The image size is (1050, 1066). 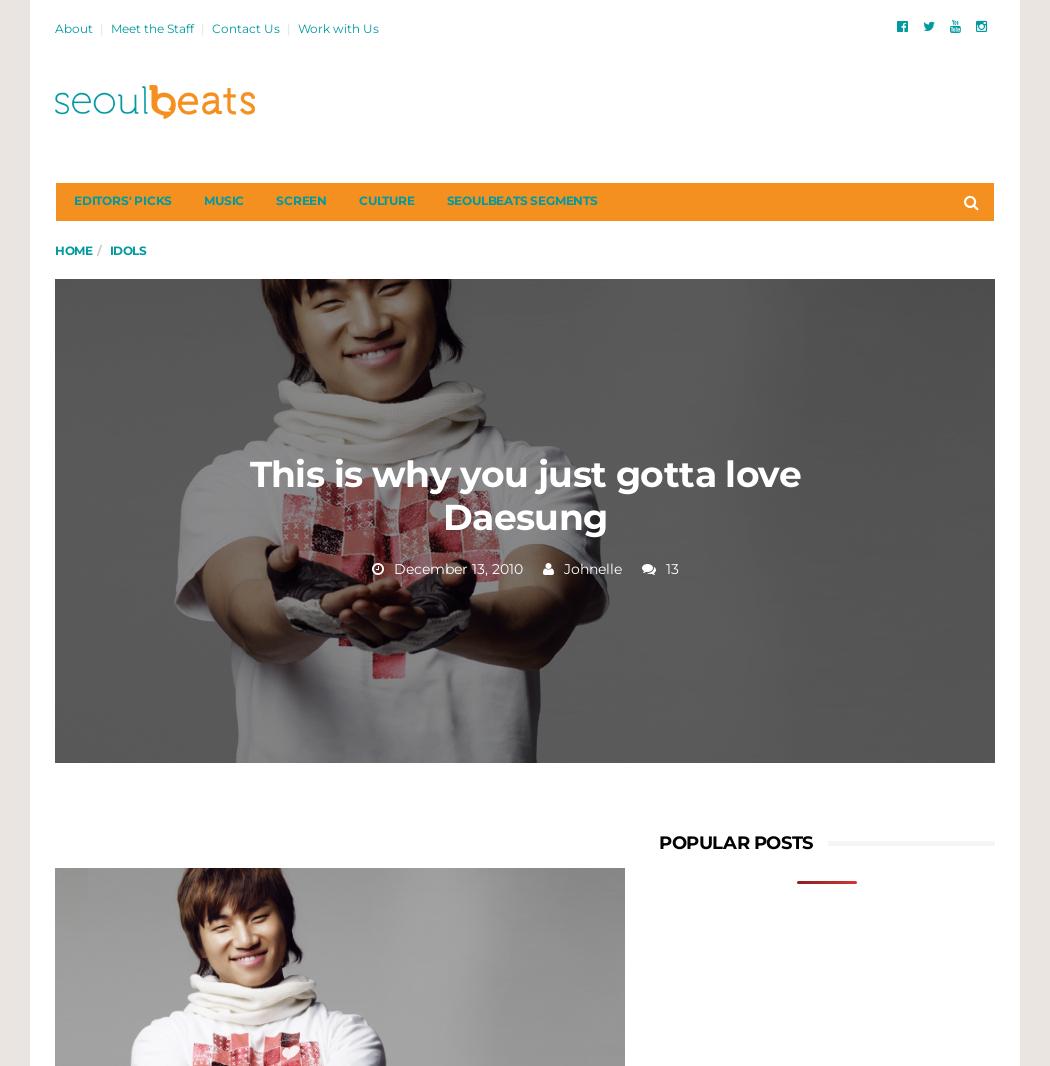 I want to click on 'My Lovely Liar: A Sweet Mix of Romance and Murder Mystery', so click(x=76, y=426).